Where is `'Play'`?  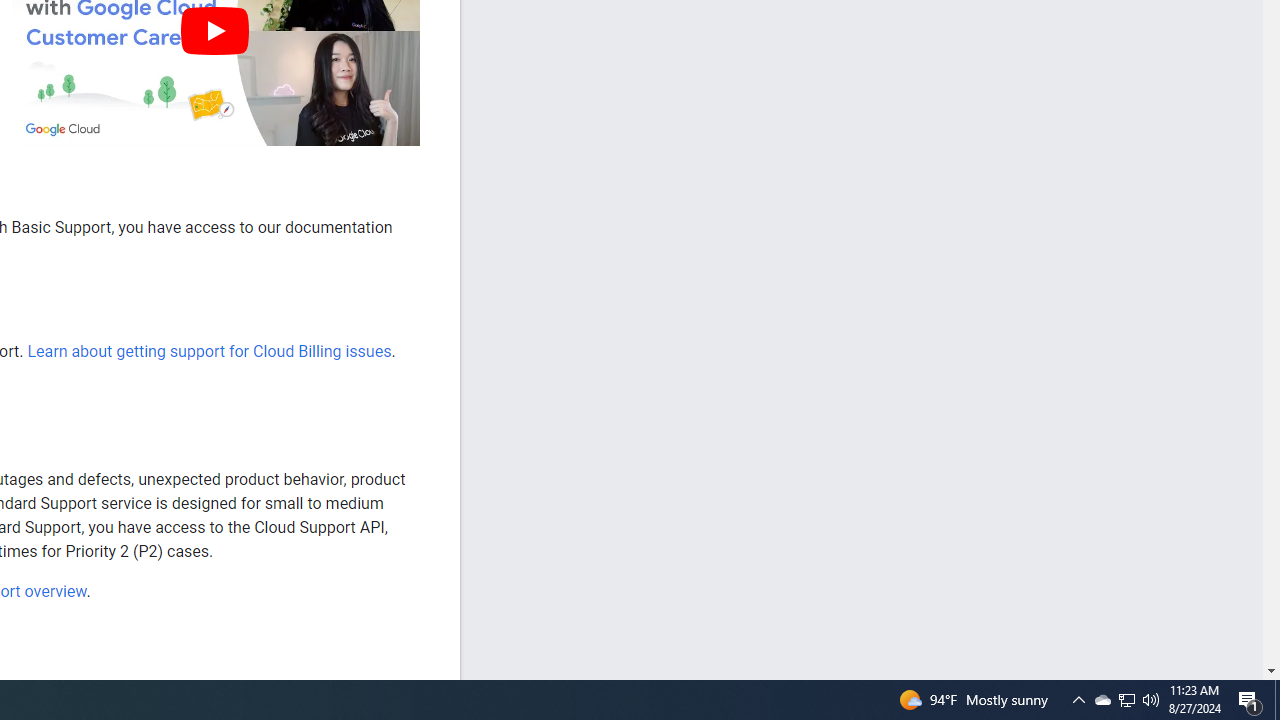 'Play' is located at coordinates (215, 30).